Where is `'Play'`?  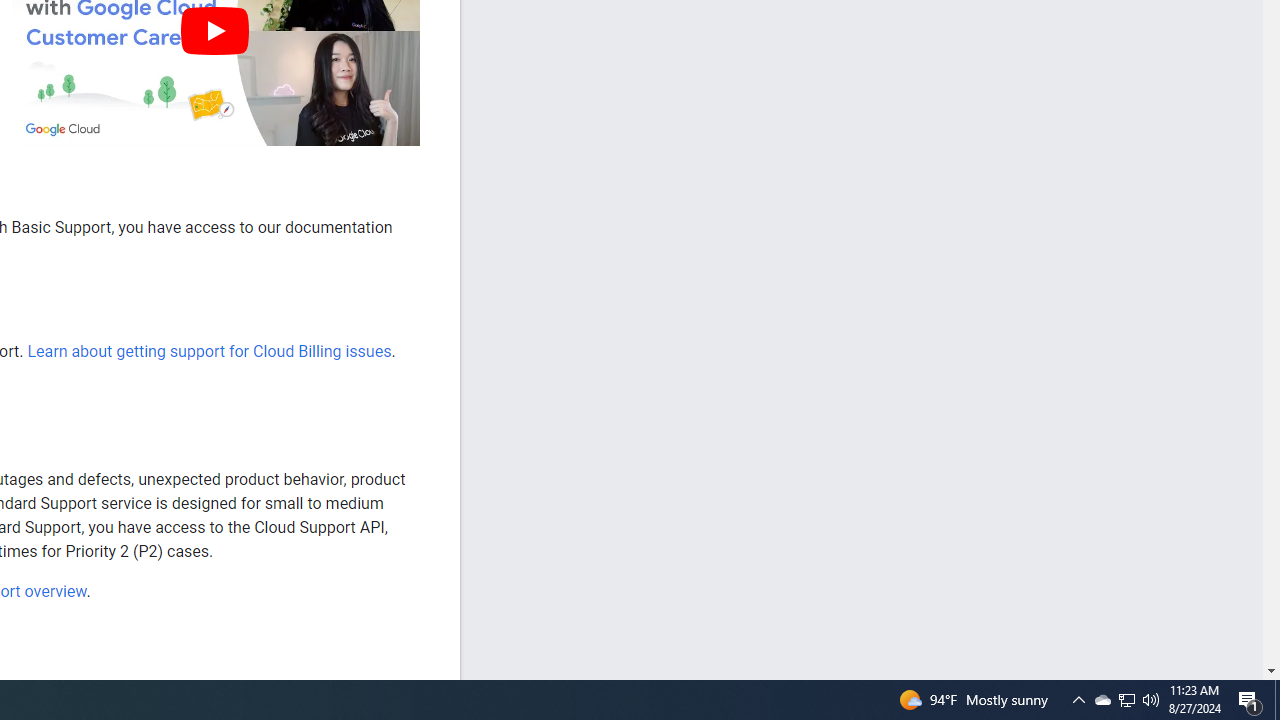 'Play' is located at coordinates (215, 30).